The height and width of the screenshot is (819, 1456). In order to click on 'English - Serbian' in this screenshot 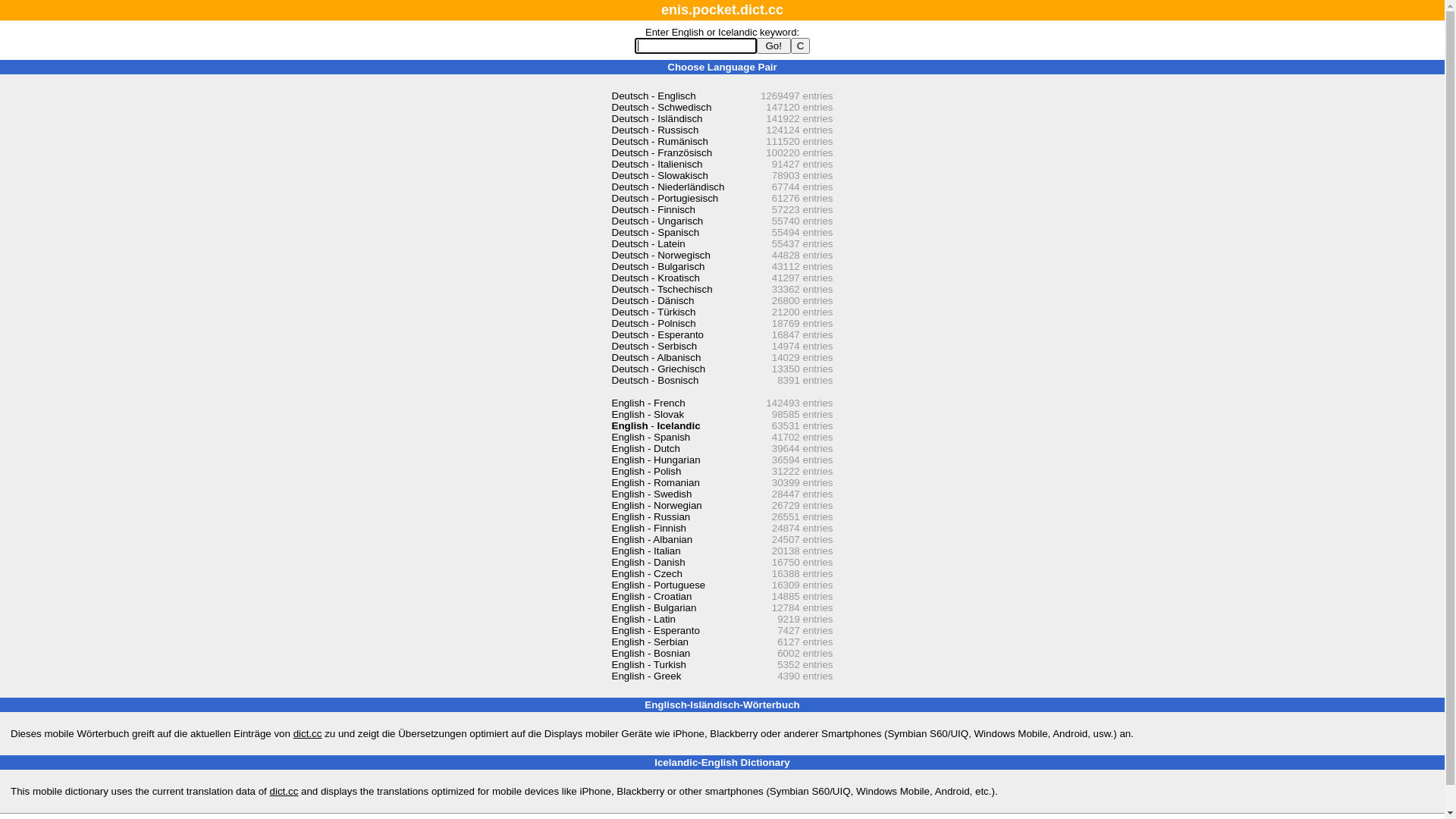, I will do `click(650, 642)`.